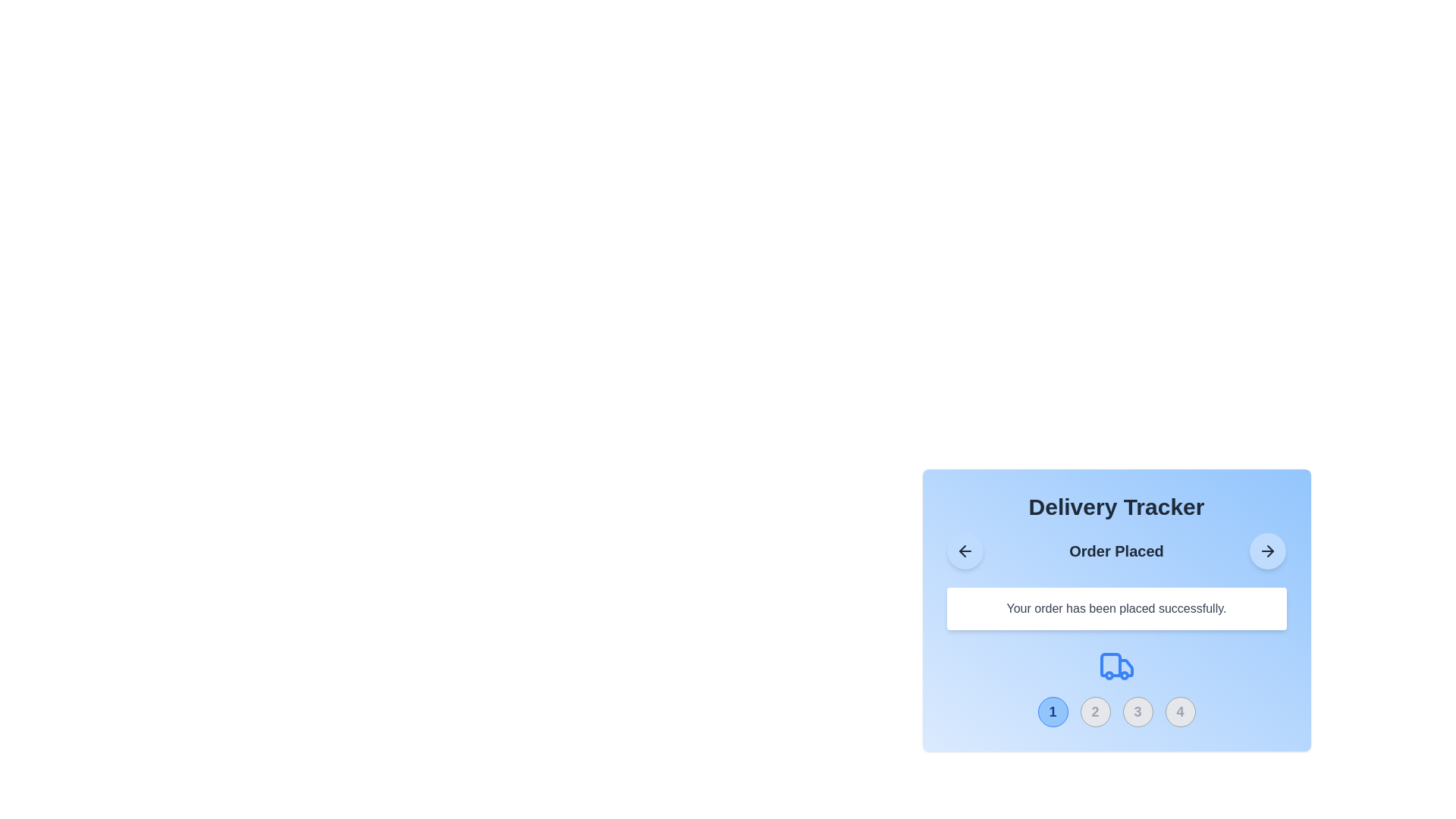  I want to click on the text display box that shows 'Your order has been placed successfully.' located under the 'Order Placed' heading in the 'Delivery Tracker' section, so click(1116, 607).